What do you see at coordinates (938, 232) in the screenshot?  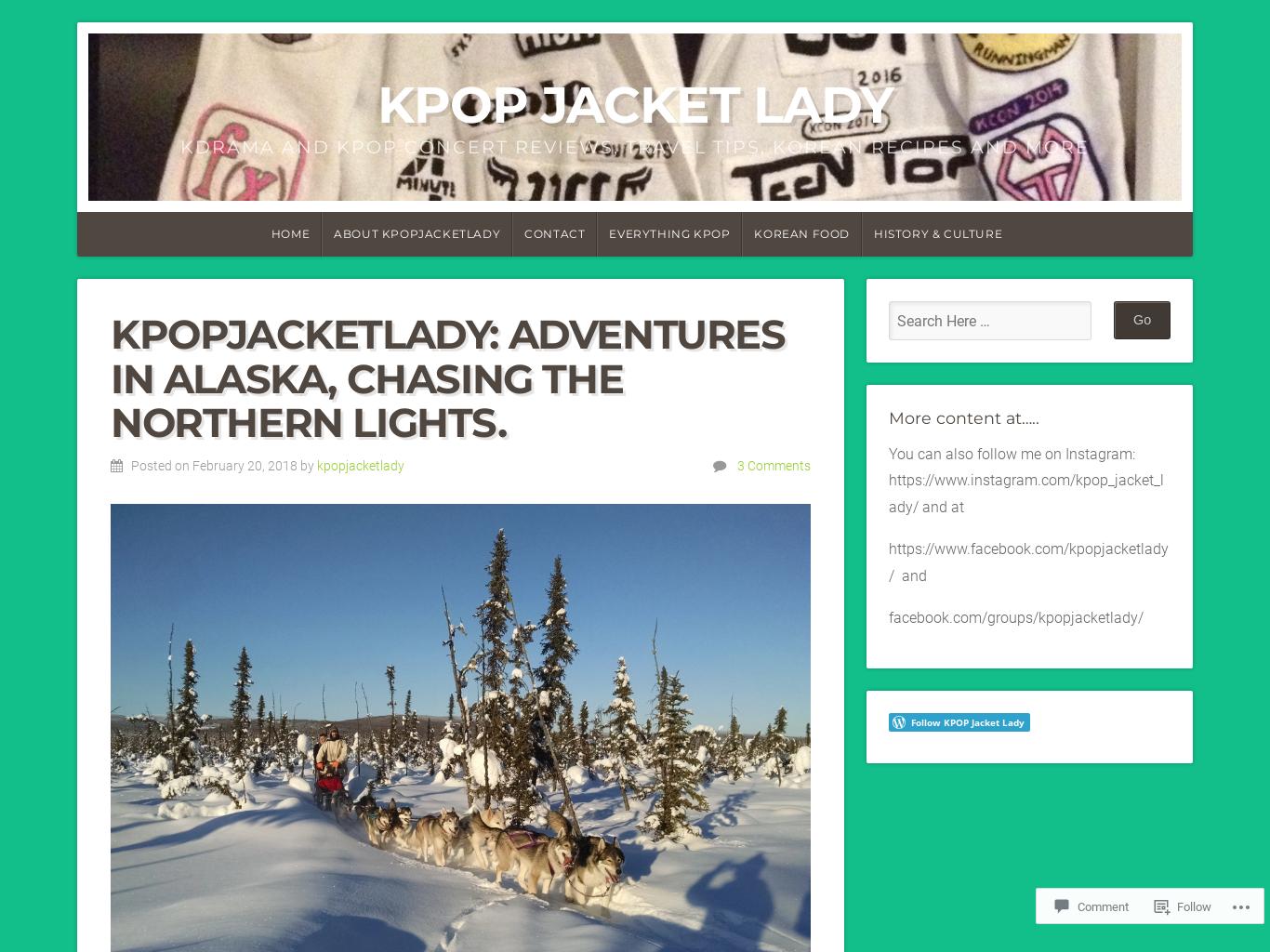 I see `'History & Culture'` at bounding box center [938, 232].